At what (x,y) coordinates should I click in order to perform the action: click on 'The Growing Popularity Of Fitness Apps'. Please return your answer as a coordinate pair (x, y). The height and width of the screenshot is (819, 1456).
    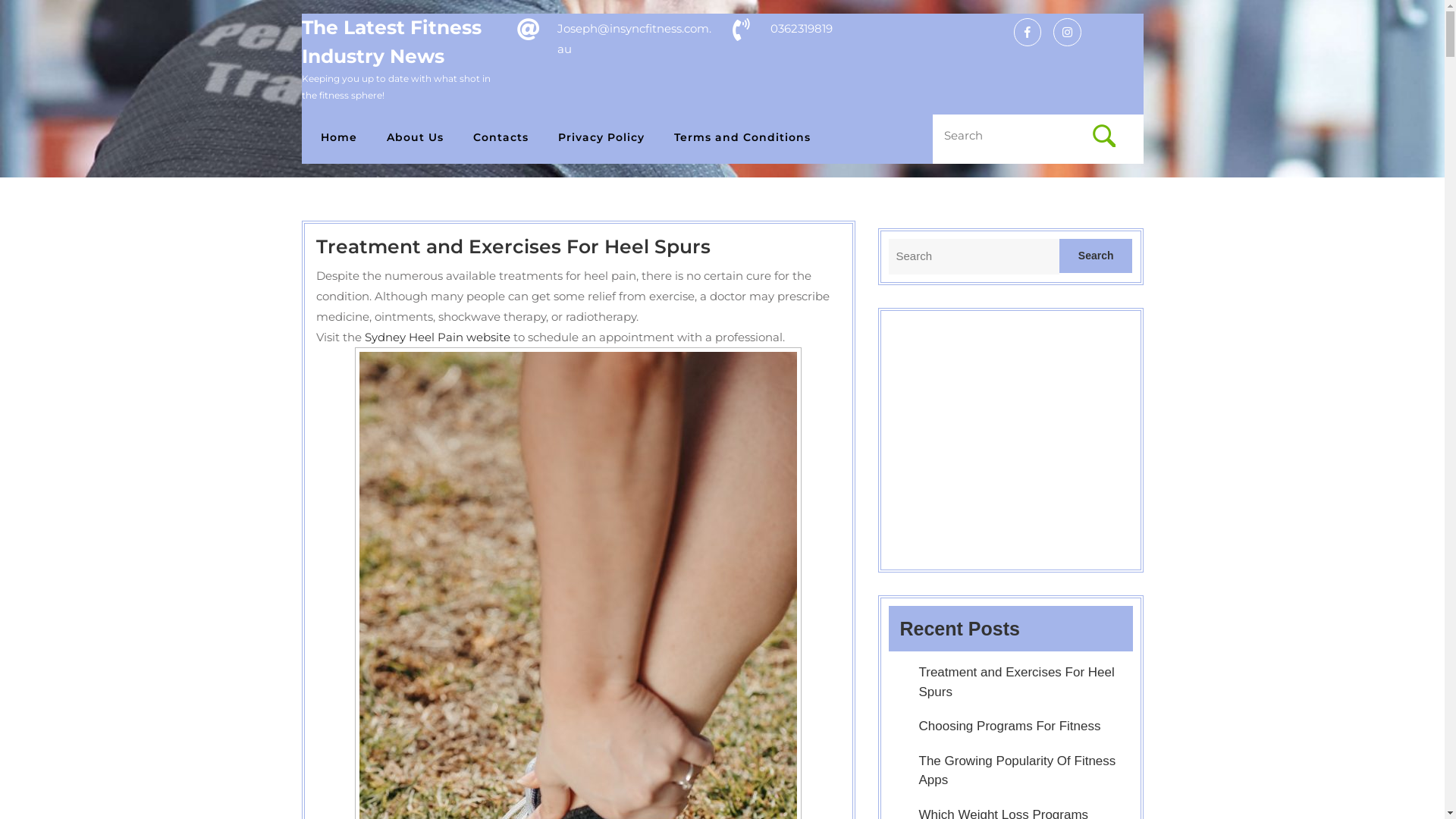
    Looking at the image, I should click on (1018, 770).